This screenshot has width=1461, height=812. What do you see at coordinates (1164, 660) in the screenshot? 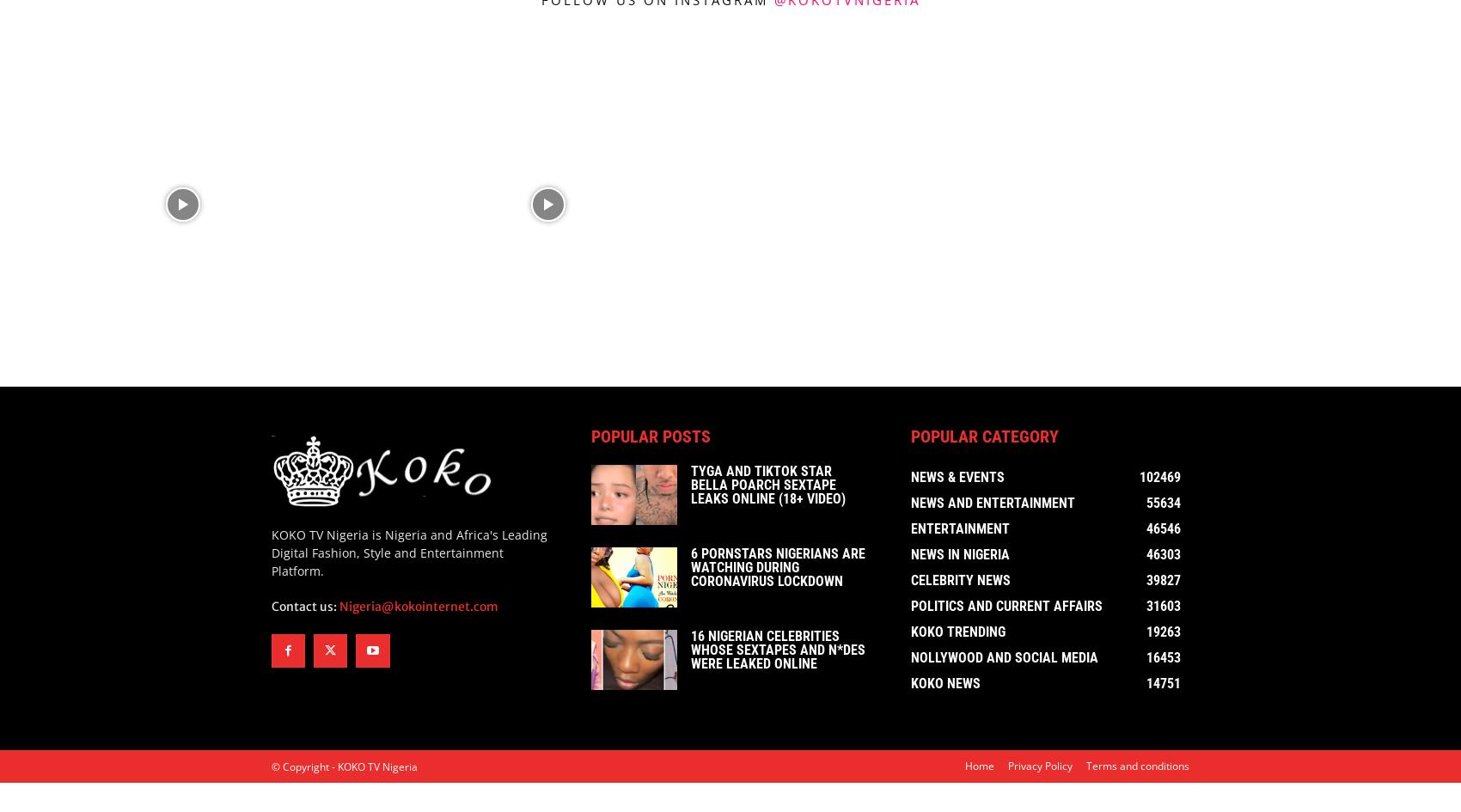
I see `'16453'` at bounding box center [1164, 660].